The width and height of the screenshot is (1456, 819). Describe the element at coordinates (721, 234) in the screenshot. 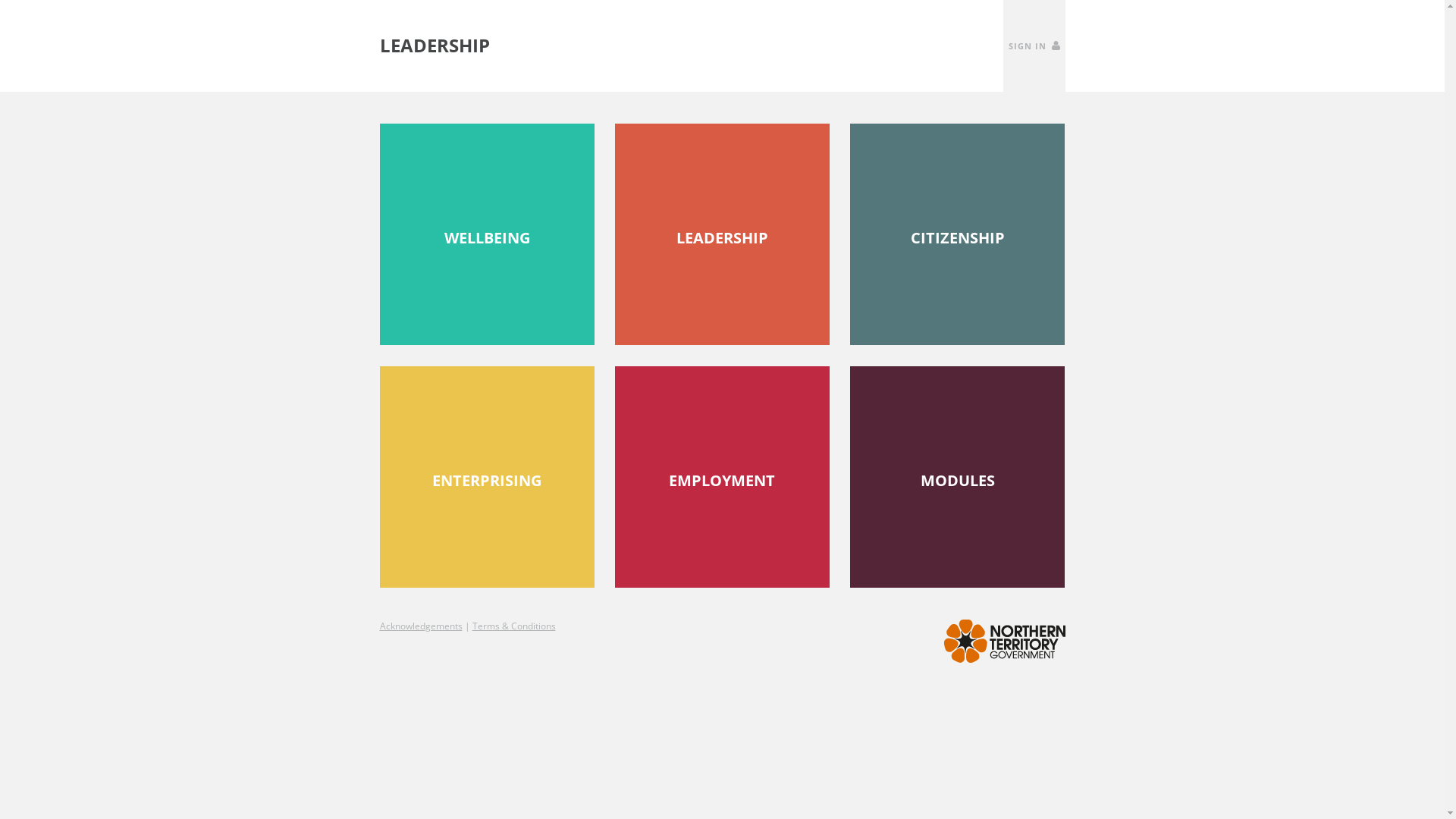

I see `'LEADERSHIP'` at that location.